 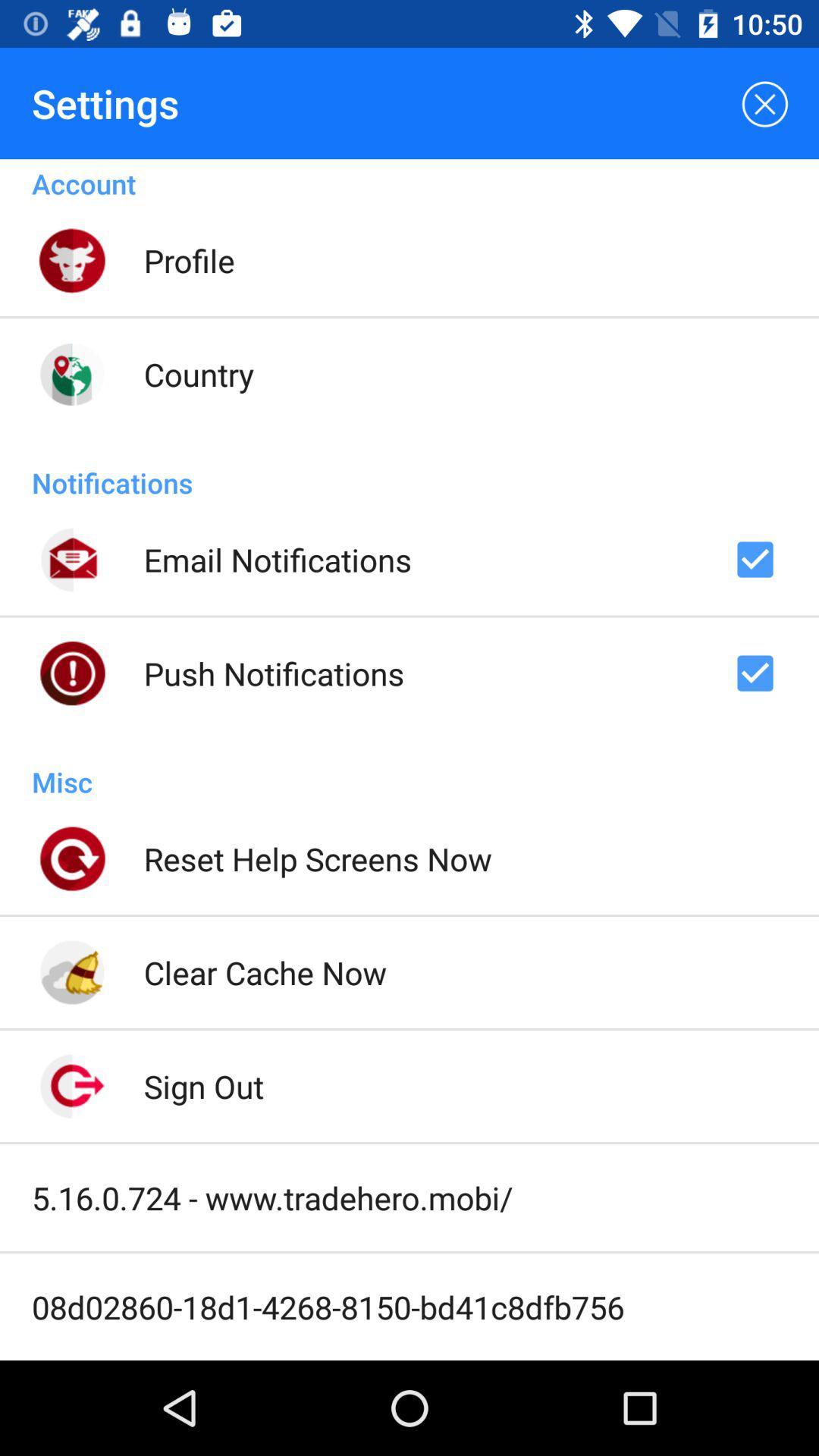 I want to click on push notifications icon, so click(x=274, y=673).